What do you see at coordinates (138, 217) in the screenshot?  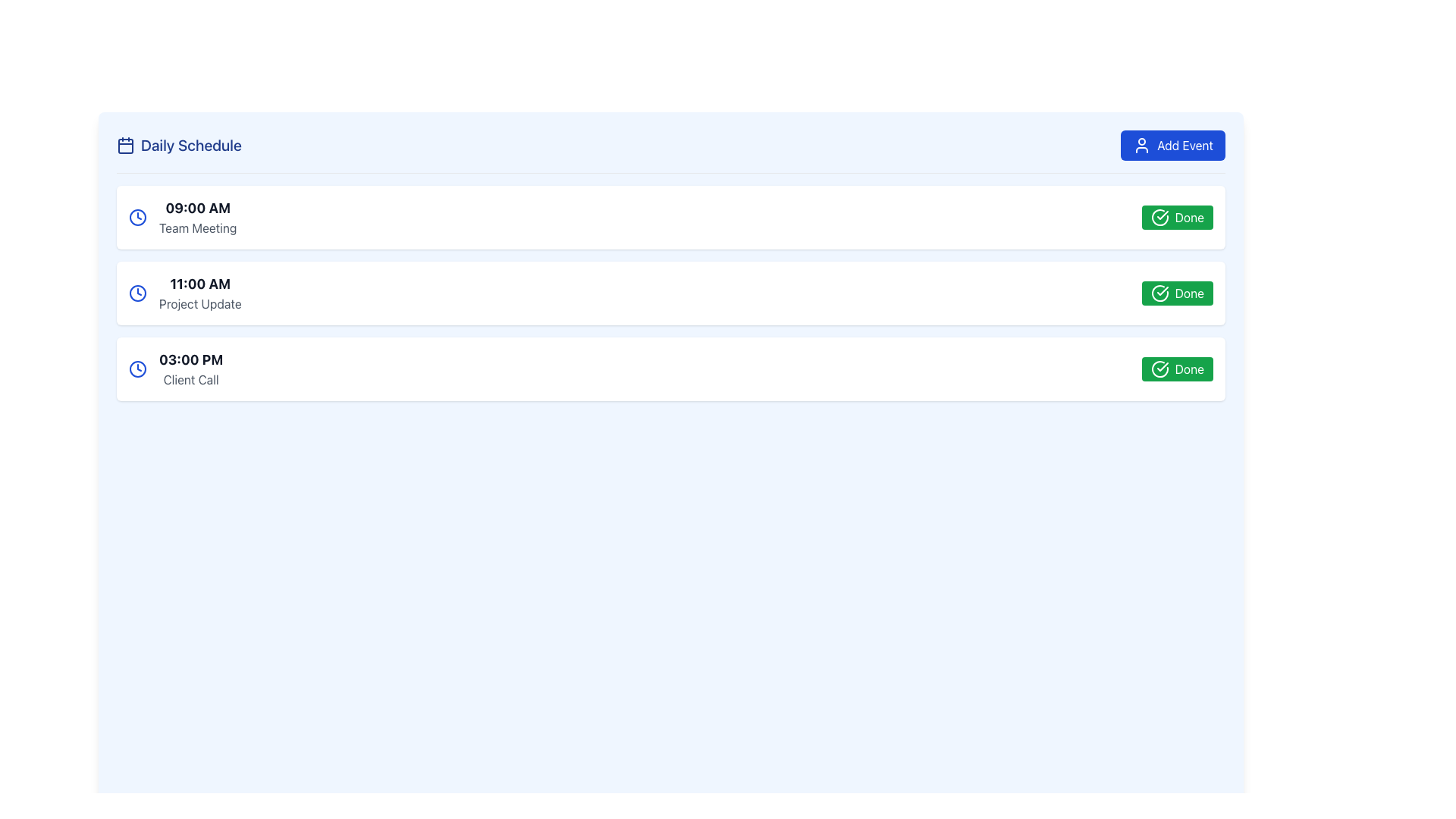 I see `the Icon representing the time for the '09:00 AM Team Meeting' located to the left of the text in the upper schedule list` at bounding box center [138, 217].